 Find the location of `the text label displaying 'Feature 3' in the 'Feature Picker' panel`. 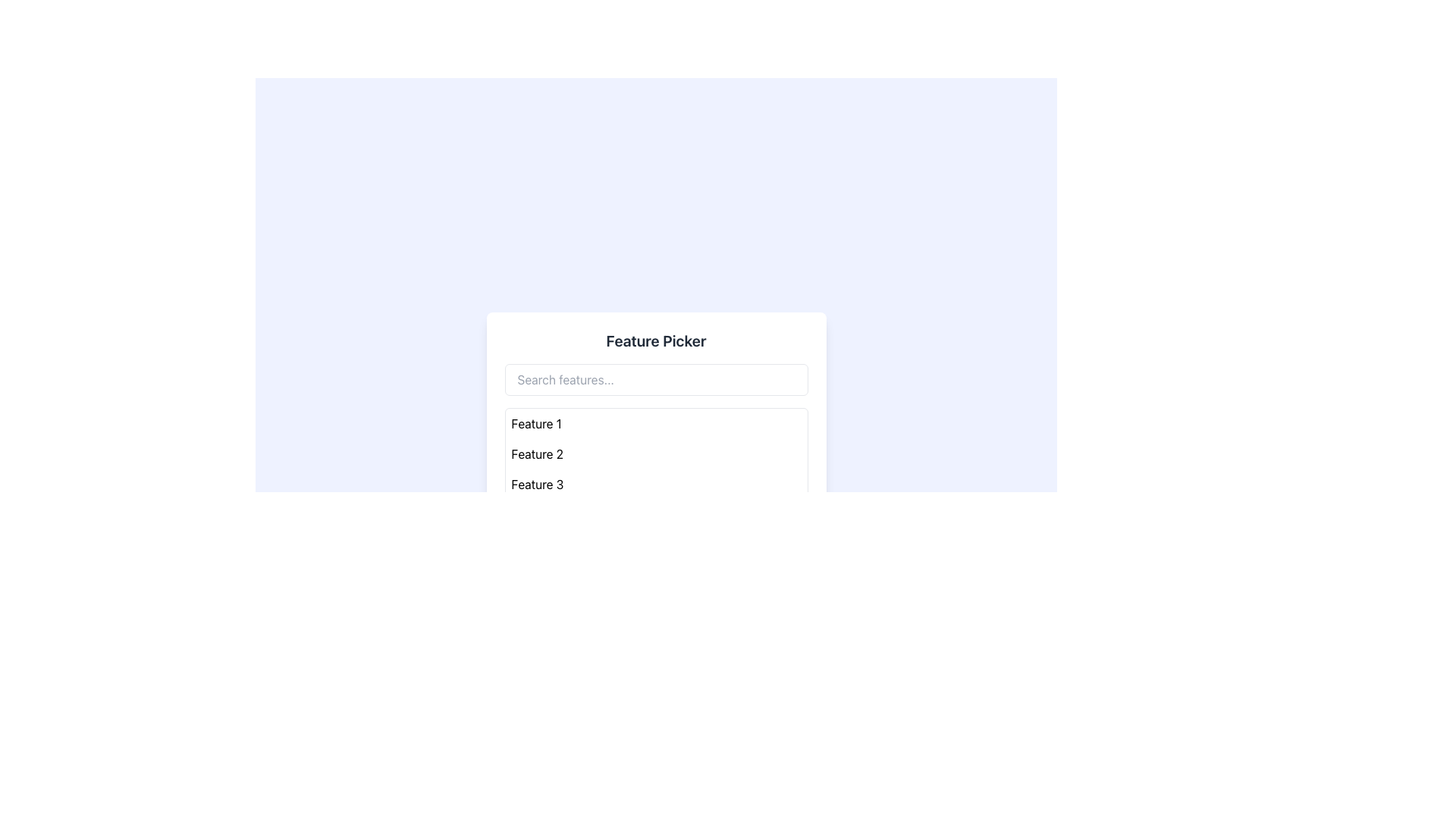

the text label displaying 'Feature 3' in the 'Feature Picker' panel is located at coordinates (538, 485).